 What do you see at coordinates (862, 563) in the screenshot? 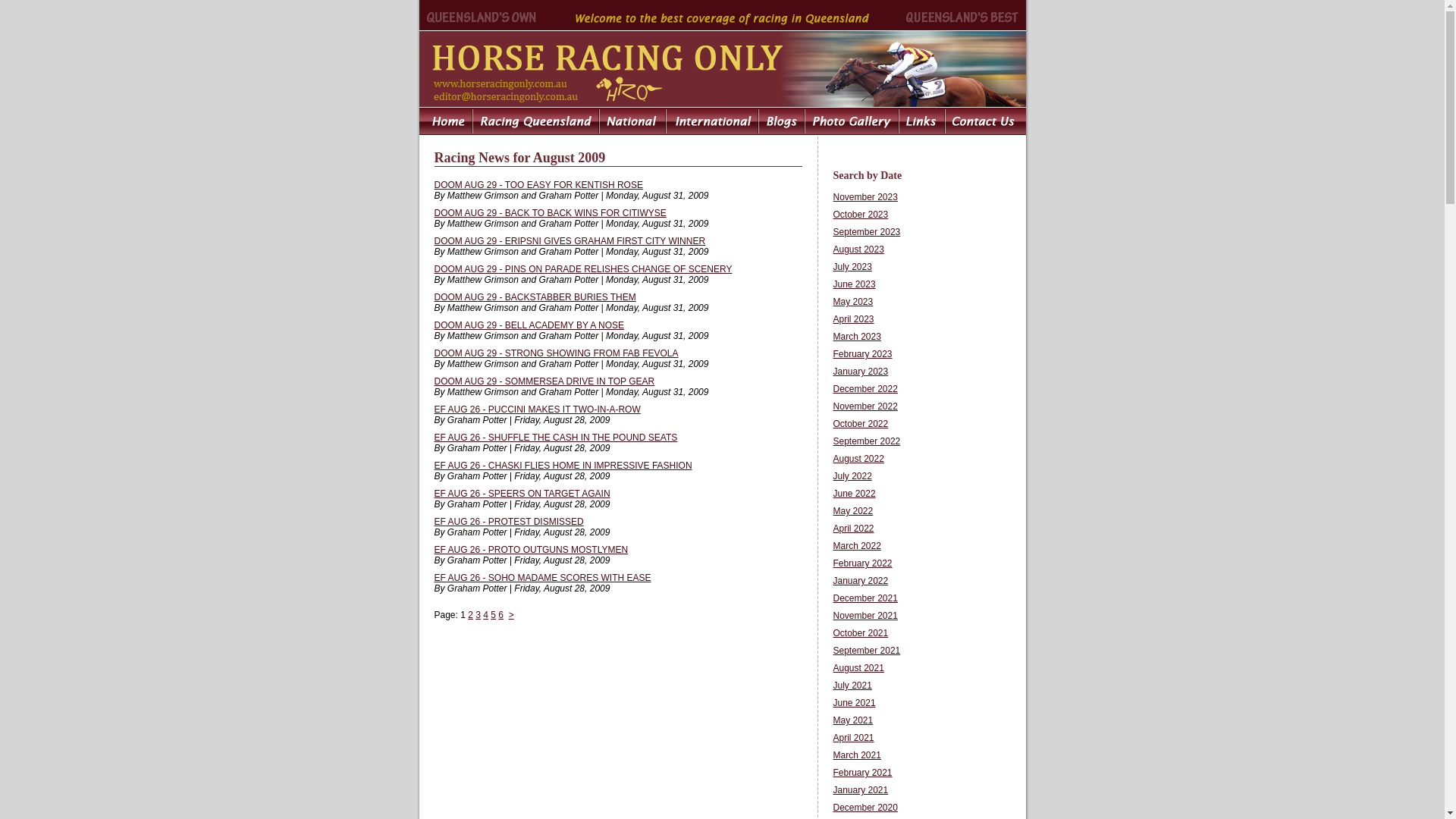
I see `'February 2022'` at bounding box center [862, 563].